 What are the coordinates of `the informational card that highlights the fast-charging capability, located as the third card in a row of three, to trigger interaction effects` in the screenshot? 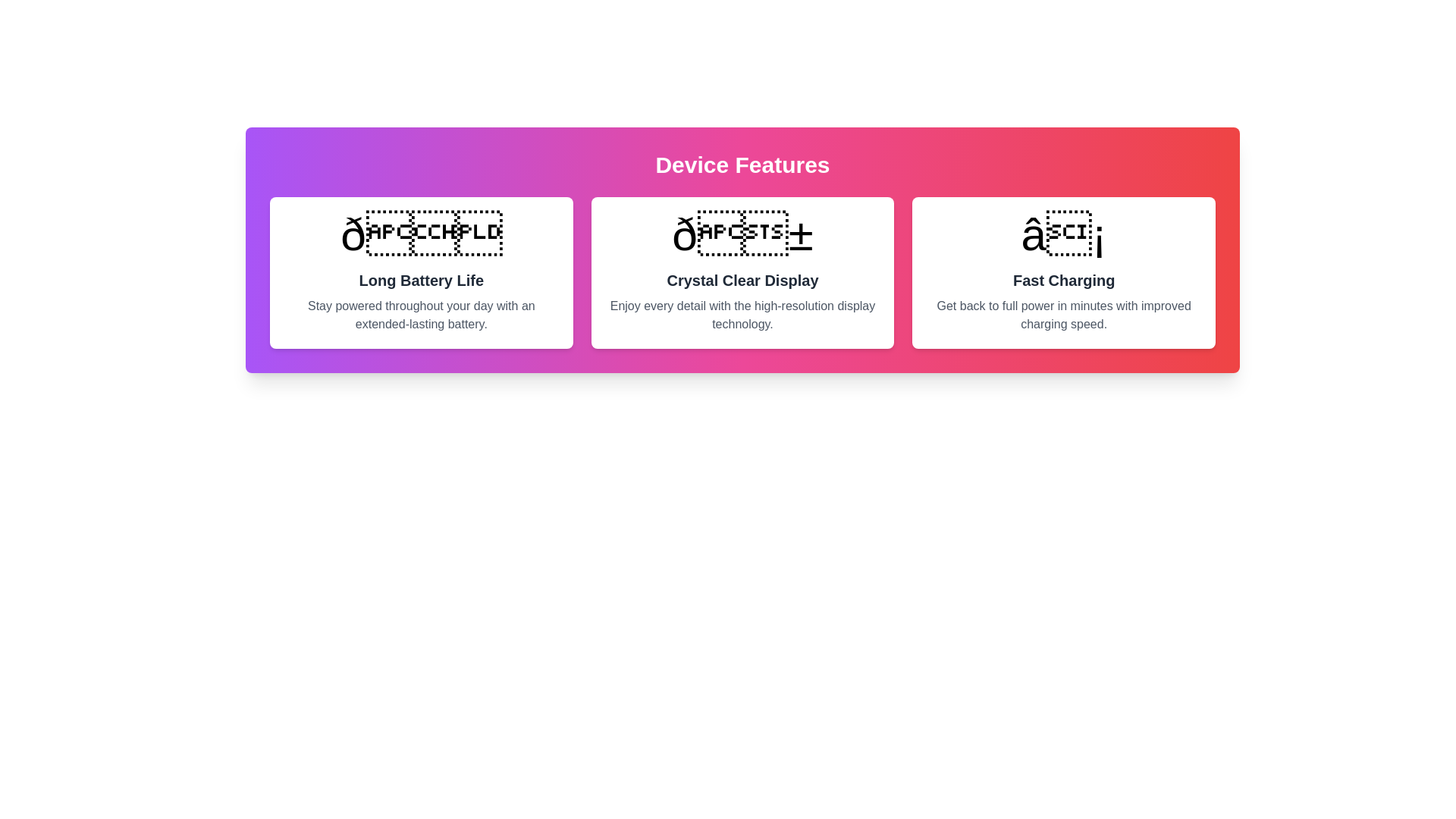 It's located at (1063, 271).